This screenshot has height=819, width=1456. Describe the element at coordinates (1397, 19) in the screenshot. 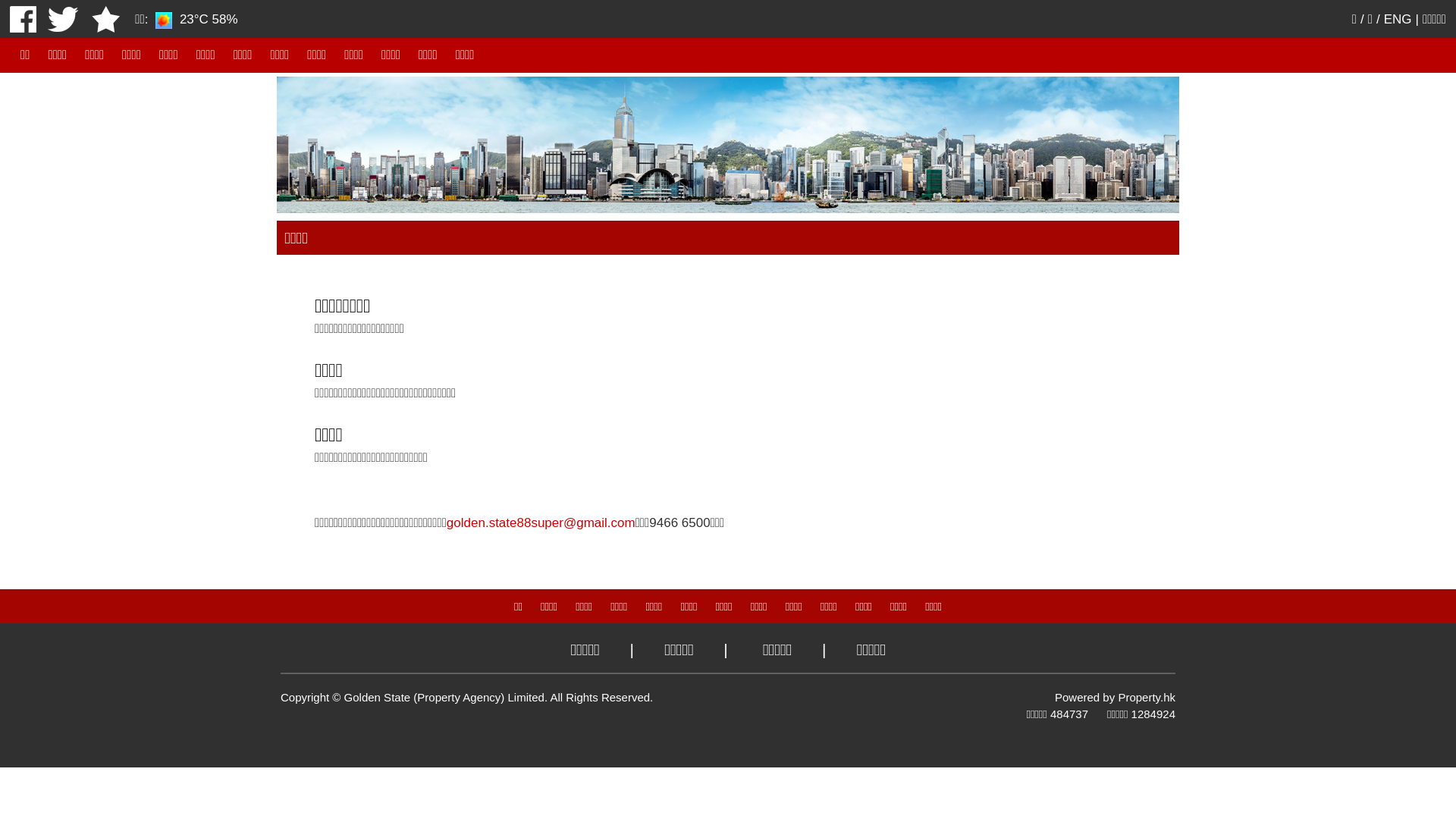

I see `'ENG'` at that location.